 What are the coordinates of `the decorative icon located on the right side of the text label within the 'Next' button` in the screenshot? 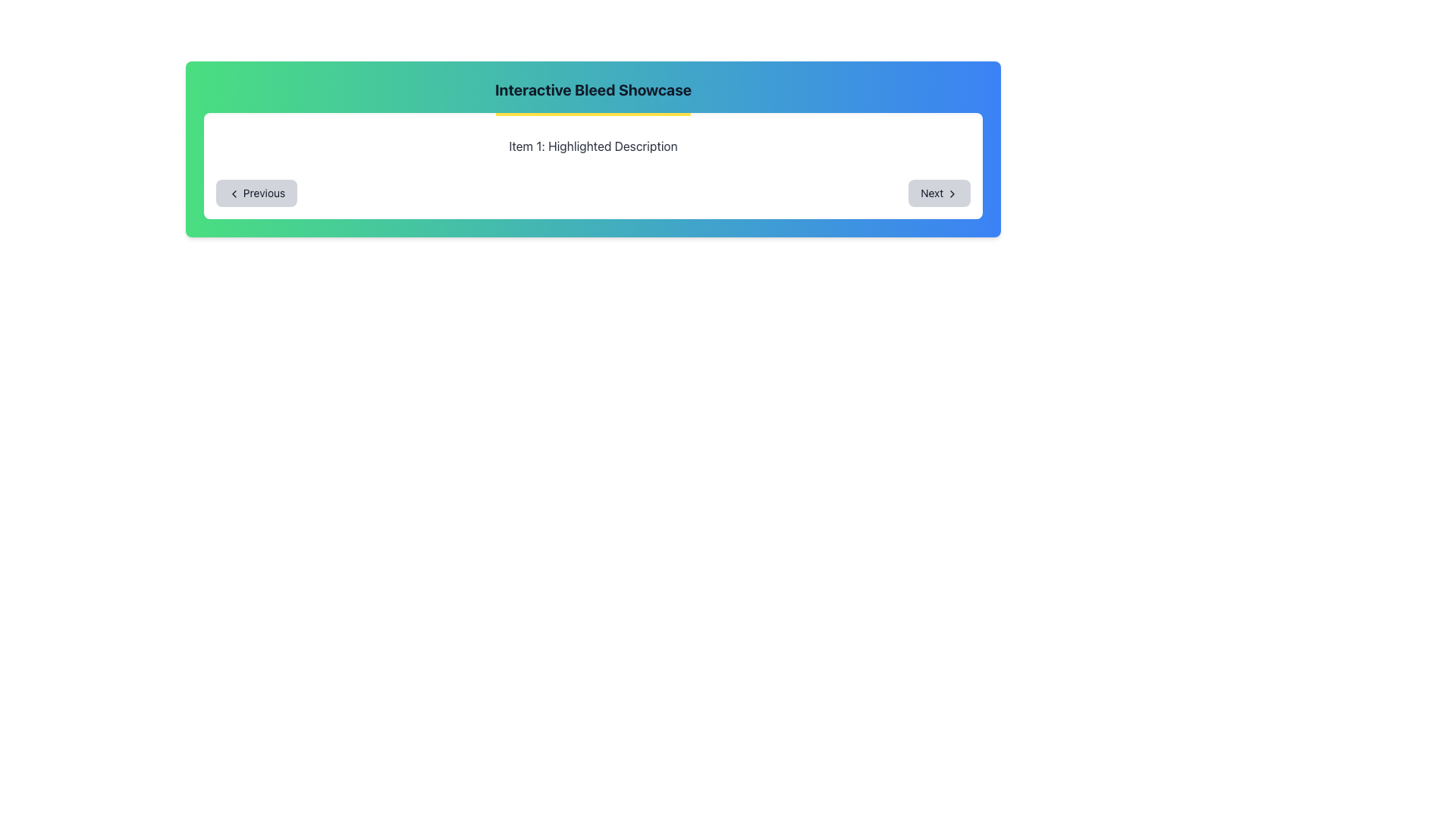 It's located at (952, 193).